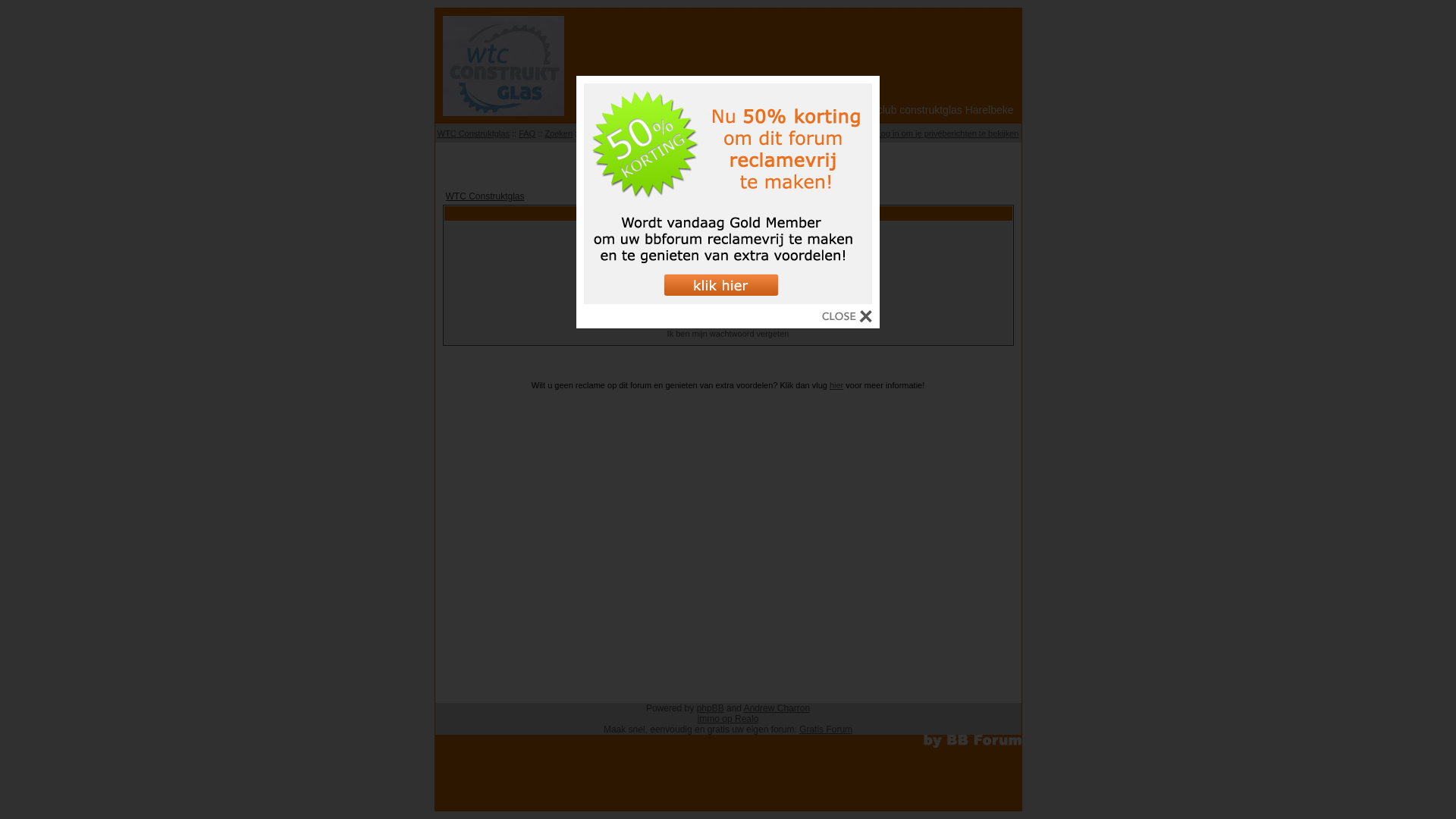  Describe the element at coordinates (728, 718) in the screenshot. I see `'immo op Realo'` at that location.